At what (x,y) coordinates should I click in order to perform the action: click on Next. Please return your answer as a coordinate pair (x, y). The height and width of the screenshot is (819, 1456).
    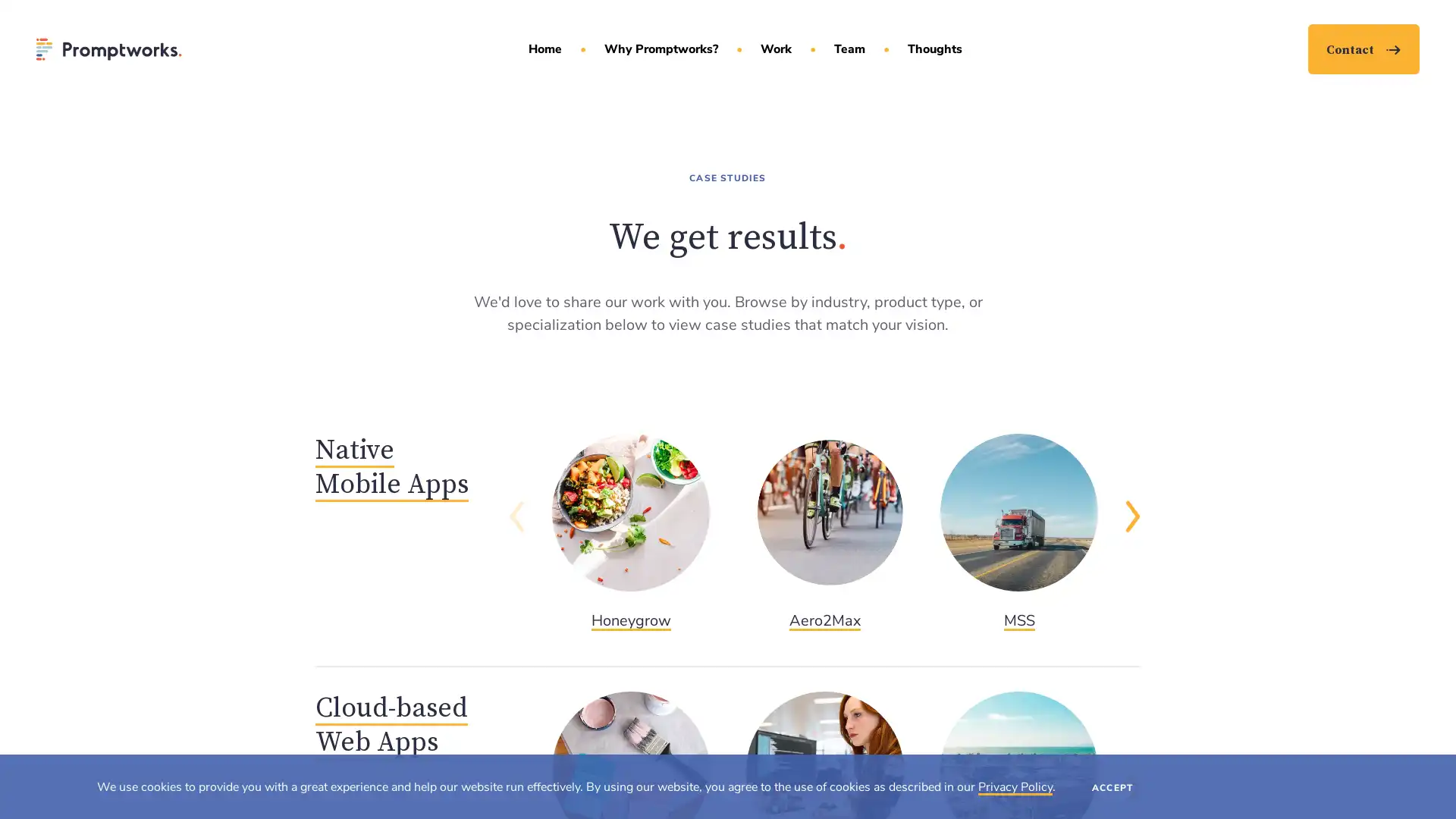
    Looking at the image, I should click on (1132, 786).